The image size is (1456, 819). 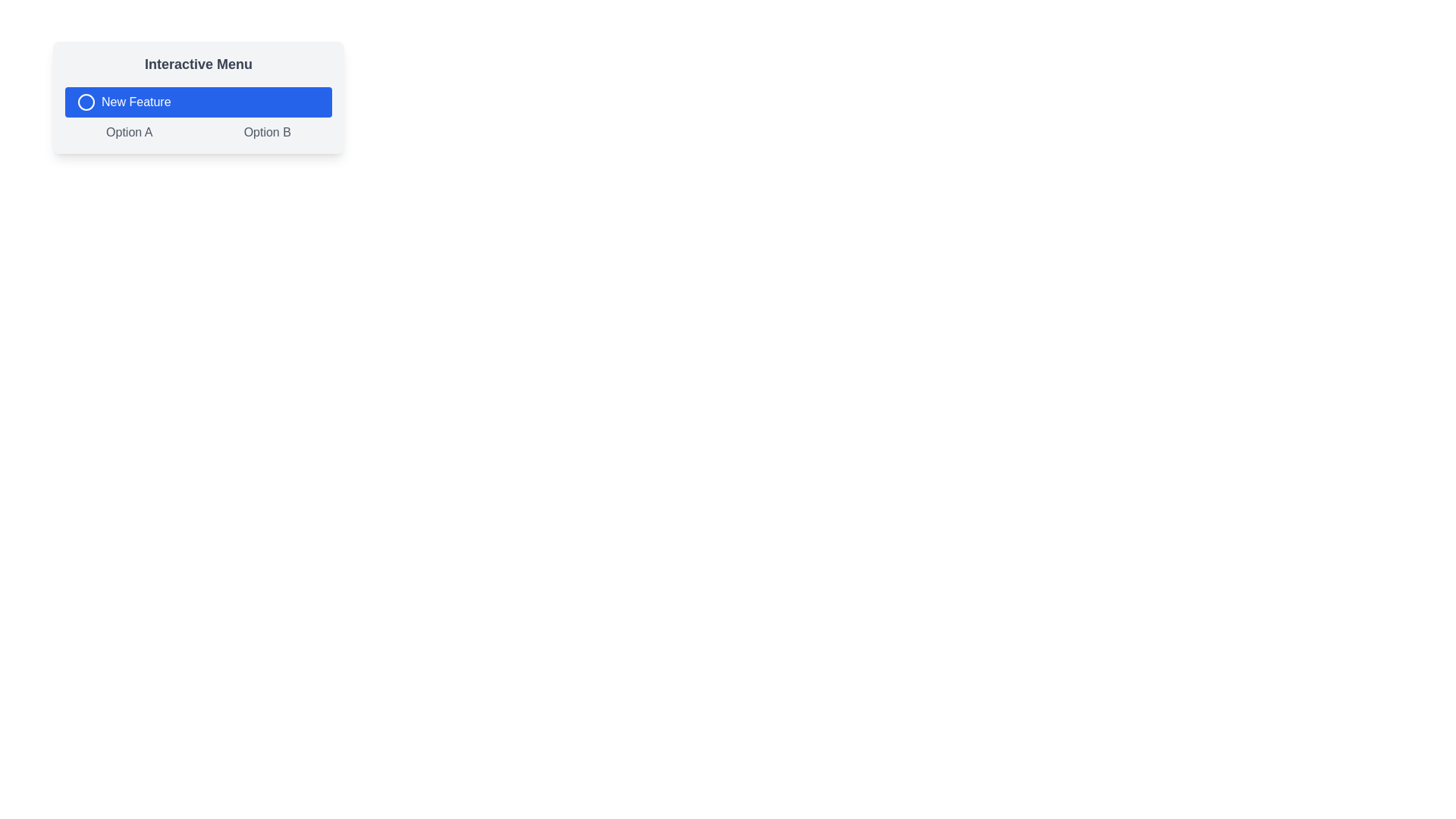 I want to click on the text option 'Option B', which is styled in gray and transitions to blue when hovered, so click(x=267, y=131).